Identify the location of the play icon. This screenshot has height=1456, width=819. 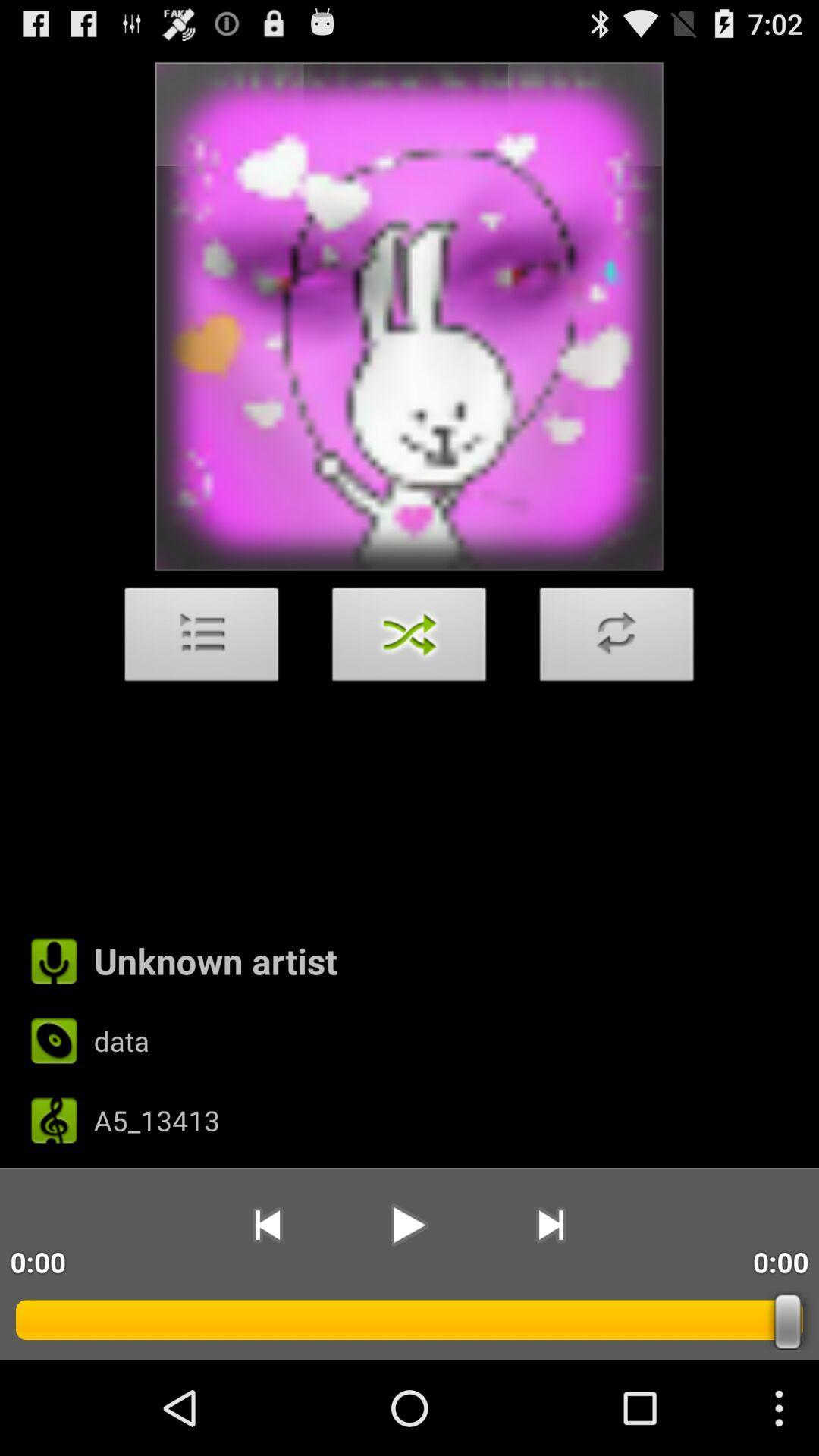
(408, 1310).